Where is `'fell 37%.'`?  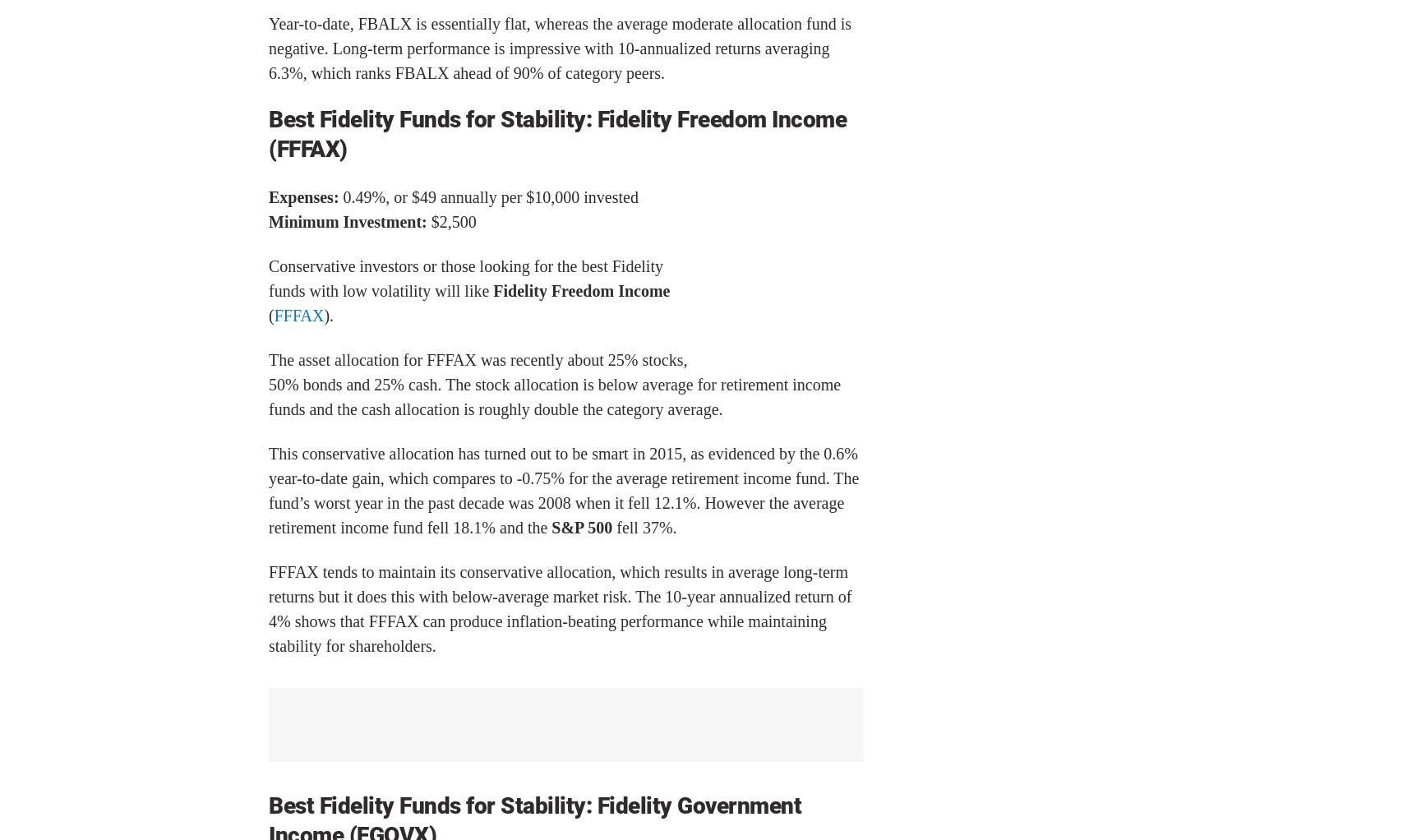 'fell 37%.' is located at coordinates (644, 526).